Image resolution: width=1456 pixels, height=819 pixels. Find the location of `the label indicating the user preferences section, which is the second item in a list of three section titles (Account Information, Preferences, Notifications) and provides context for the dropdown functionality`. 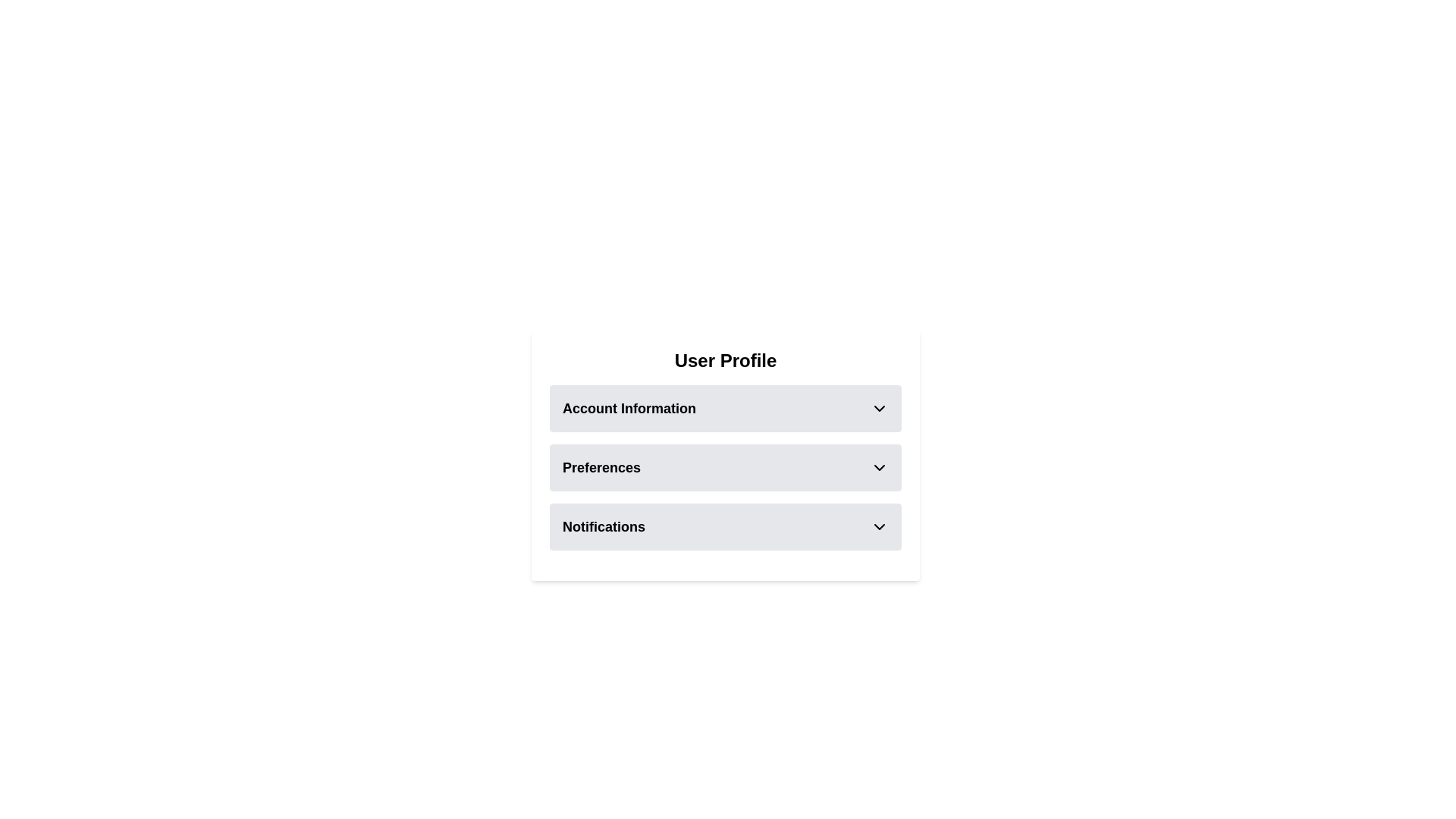

the label indicating the user preferences section, which is the second item in a list of three section titles (Account Information, Preferences, Notifications) and provides context for the dropdown functionality is located at coordinates (601, 467).